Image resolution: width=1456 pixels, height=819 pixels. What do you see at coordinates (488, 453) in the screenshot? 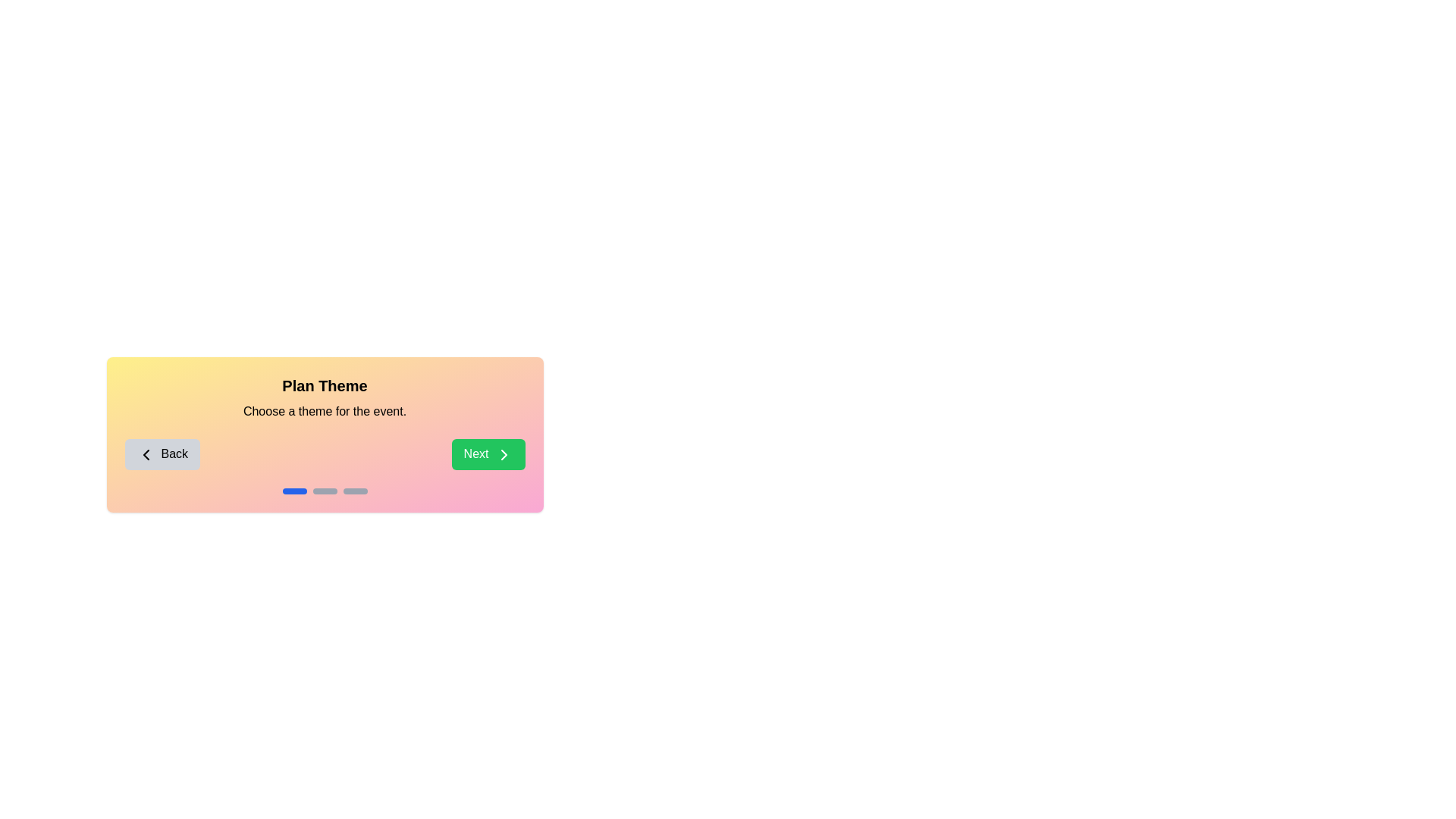
I see `the Next button to navigate to the next step` at bounding box center [488, 453].